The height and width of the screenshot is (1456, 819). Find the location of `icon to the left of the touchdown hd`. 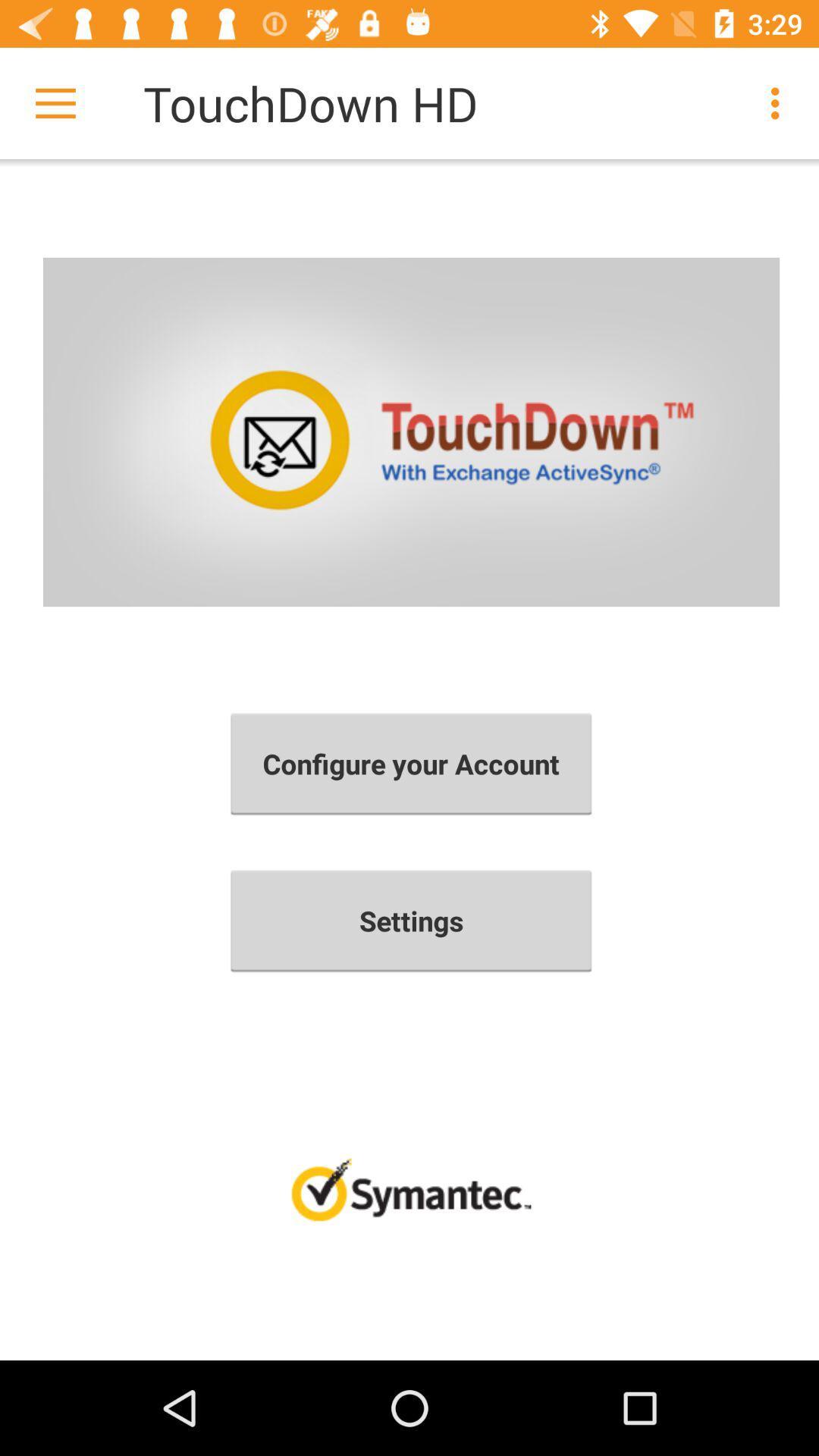

icon to the left of the touchdown hd is located at coordinates (55, 102).